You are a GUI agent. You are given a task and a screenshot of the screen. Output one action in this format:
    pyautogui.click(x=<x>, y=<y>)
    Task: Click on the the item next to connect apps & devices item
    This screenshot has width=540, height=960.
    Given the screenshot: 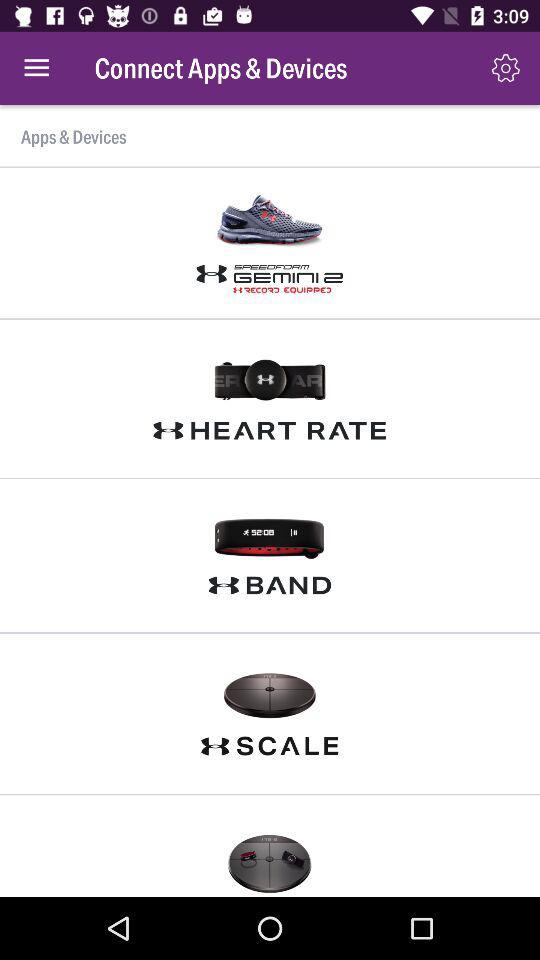 What is the action you would take?
    pyautogui.click(x=36, y=68)
    